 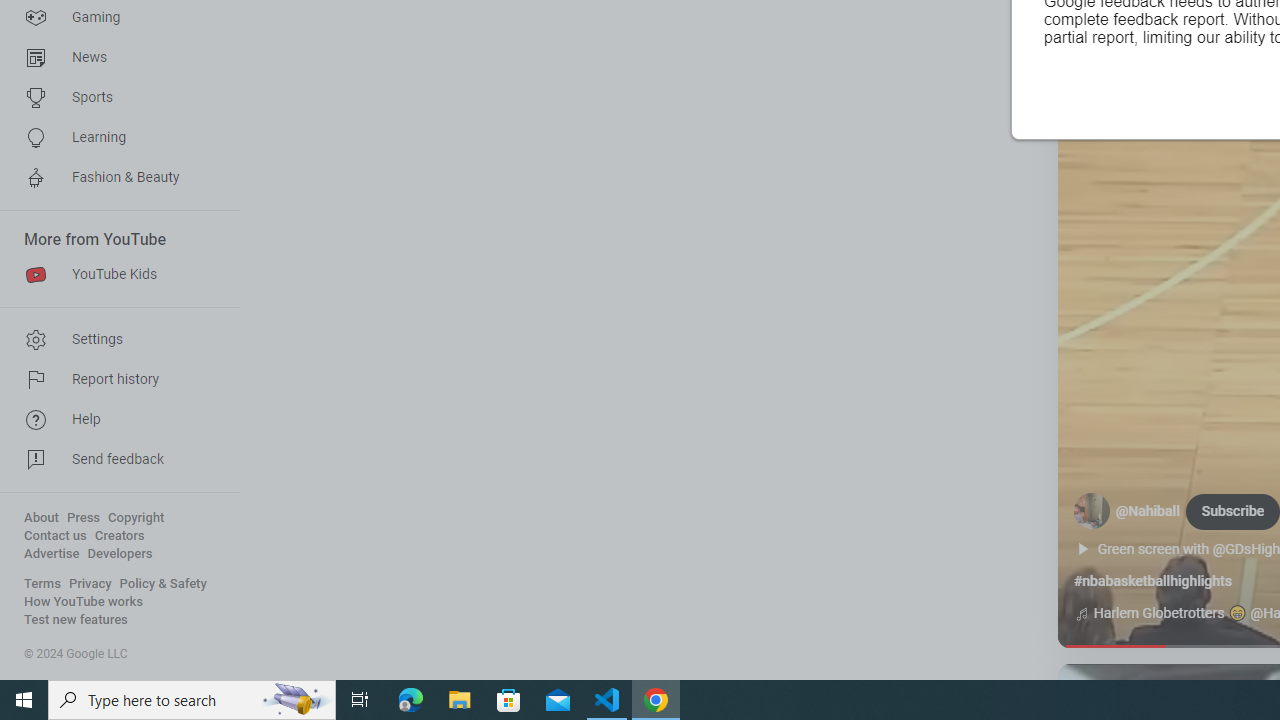 What do you see at coordinates (51, 554) in the screenshot?
I see `'Advertise'` at bounding box center [51, 554].